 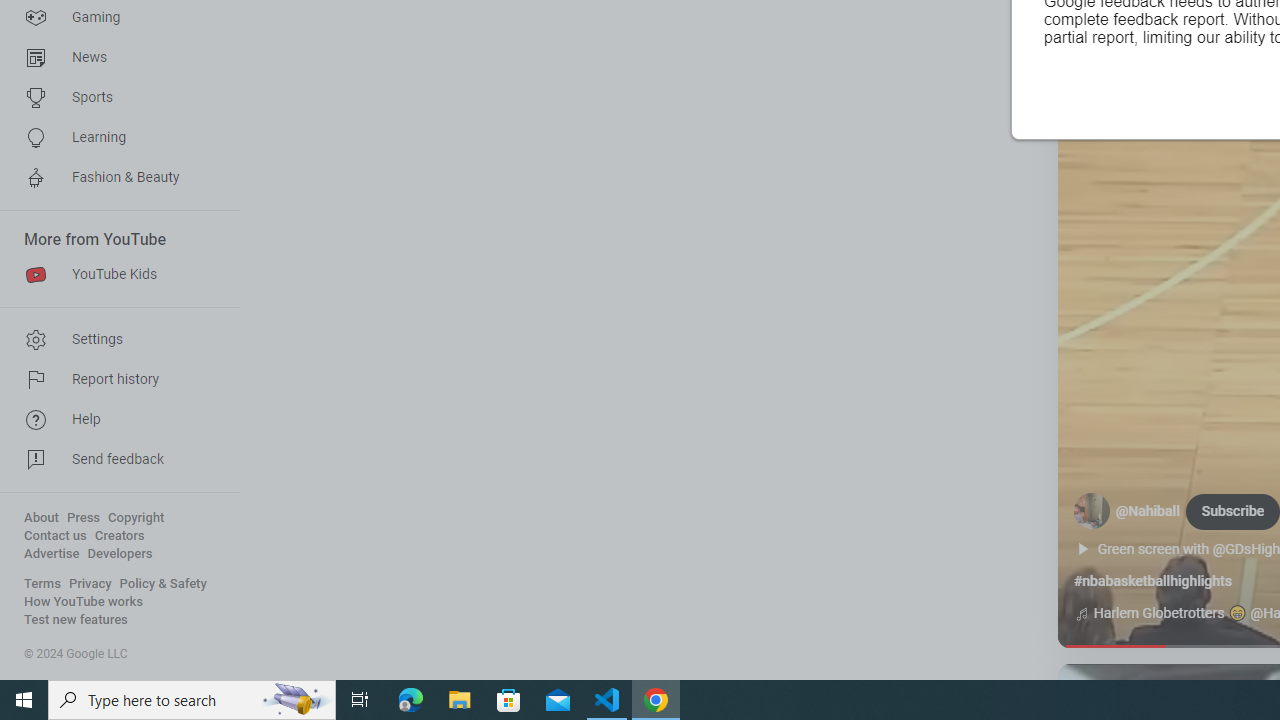 What do you see at coordinates (51, 554) in the screenshot?
I see `'Advertise'` at bounding box center [51, 554].